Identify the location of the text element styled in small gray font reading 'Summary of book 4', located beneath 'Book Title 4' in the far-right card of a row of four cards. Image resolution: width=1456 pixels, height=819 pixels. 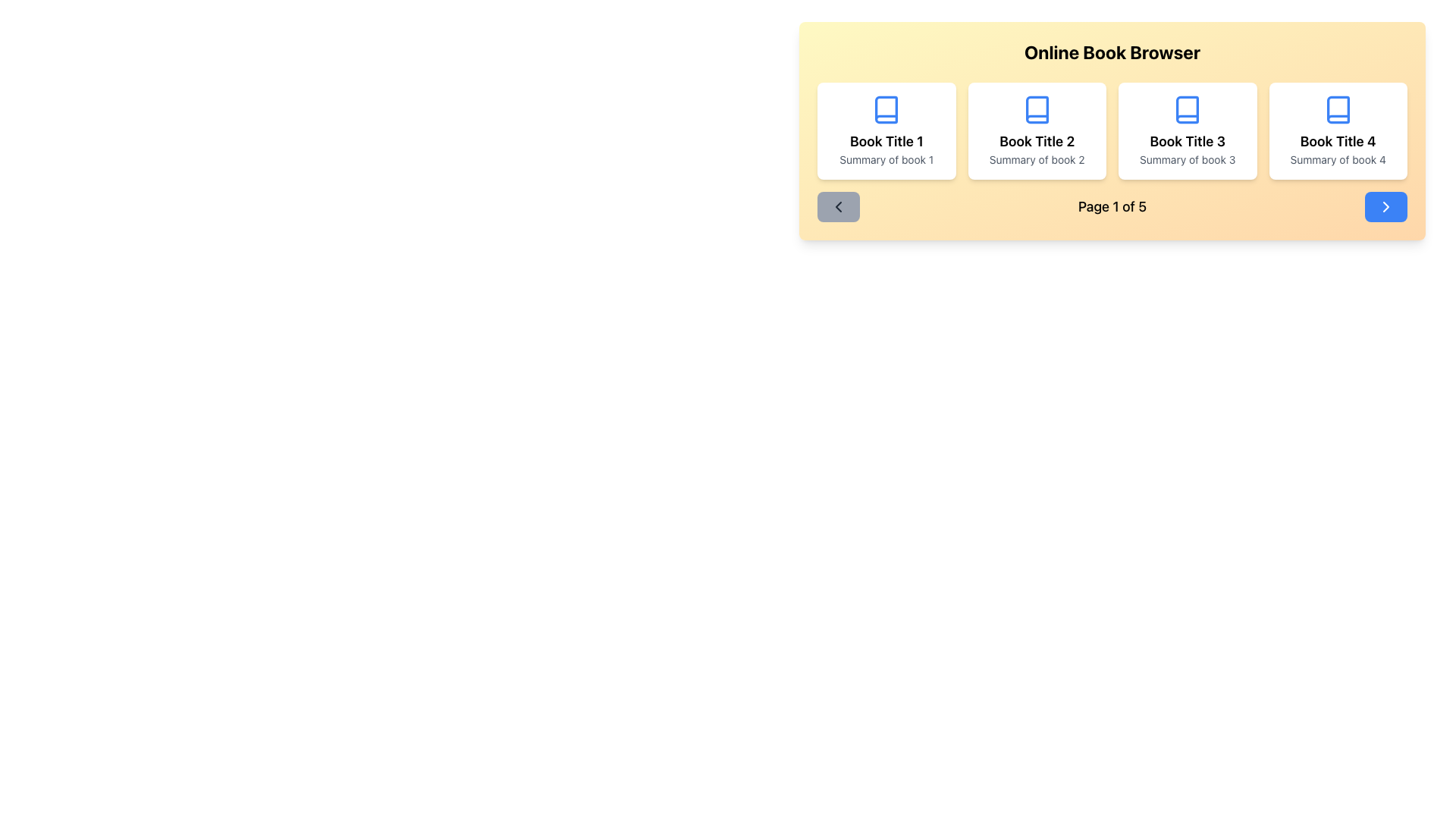
(1338, 160).